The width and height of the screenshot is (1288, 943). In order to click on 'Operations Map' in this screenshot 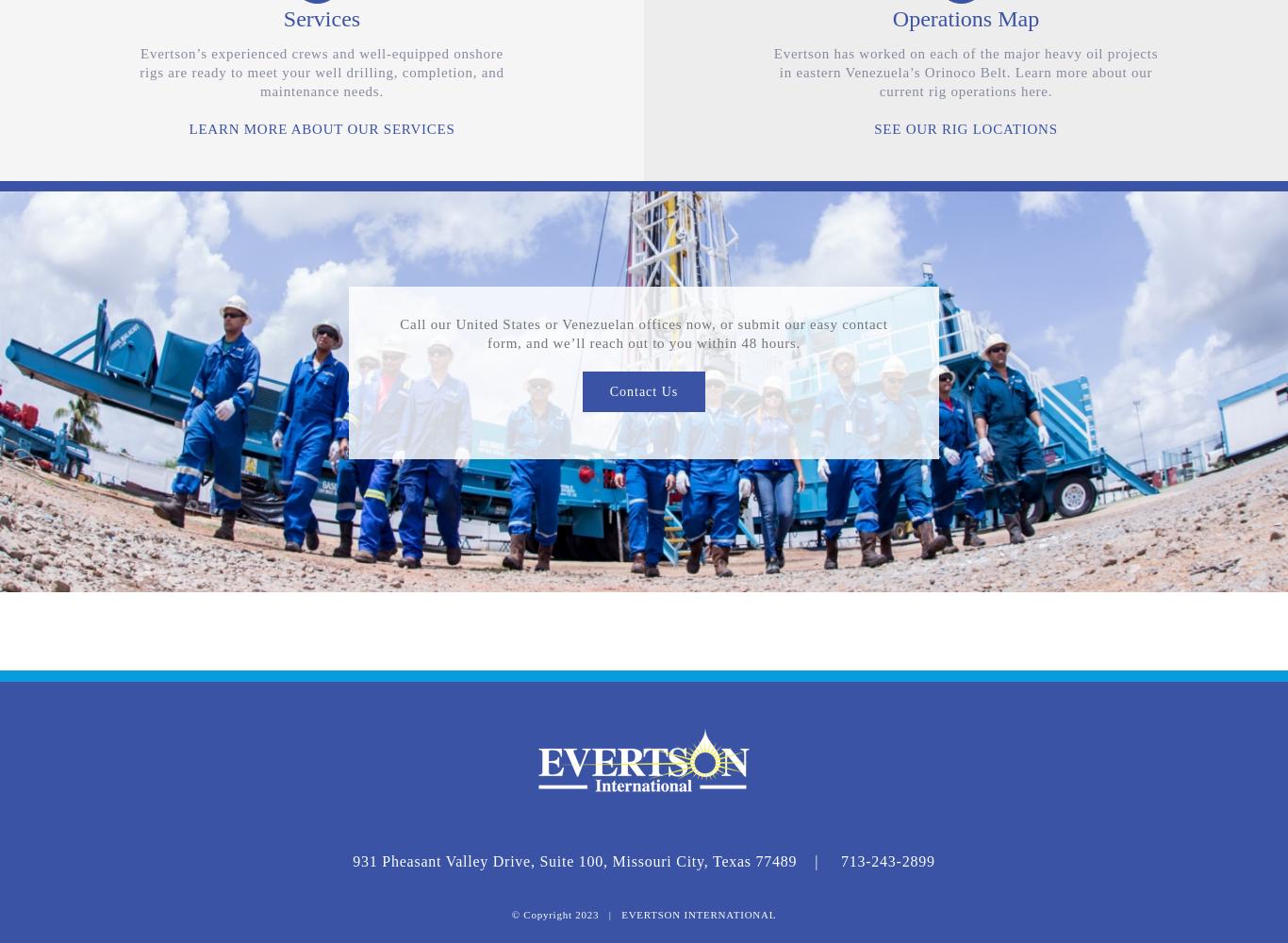, I will do `click(965, 18)`.